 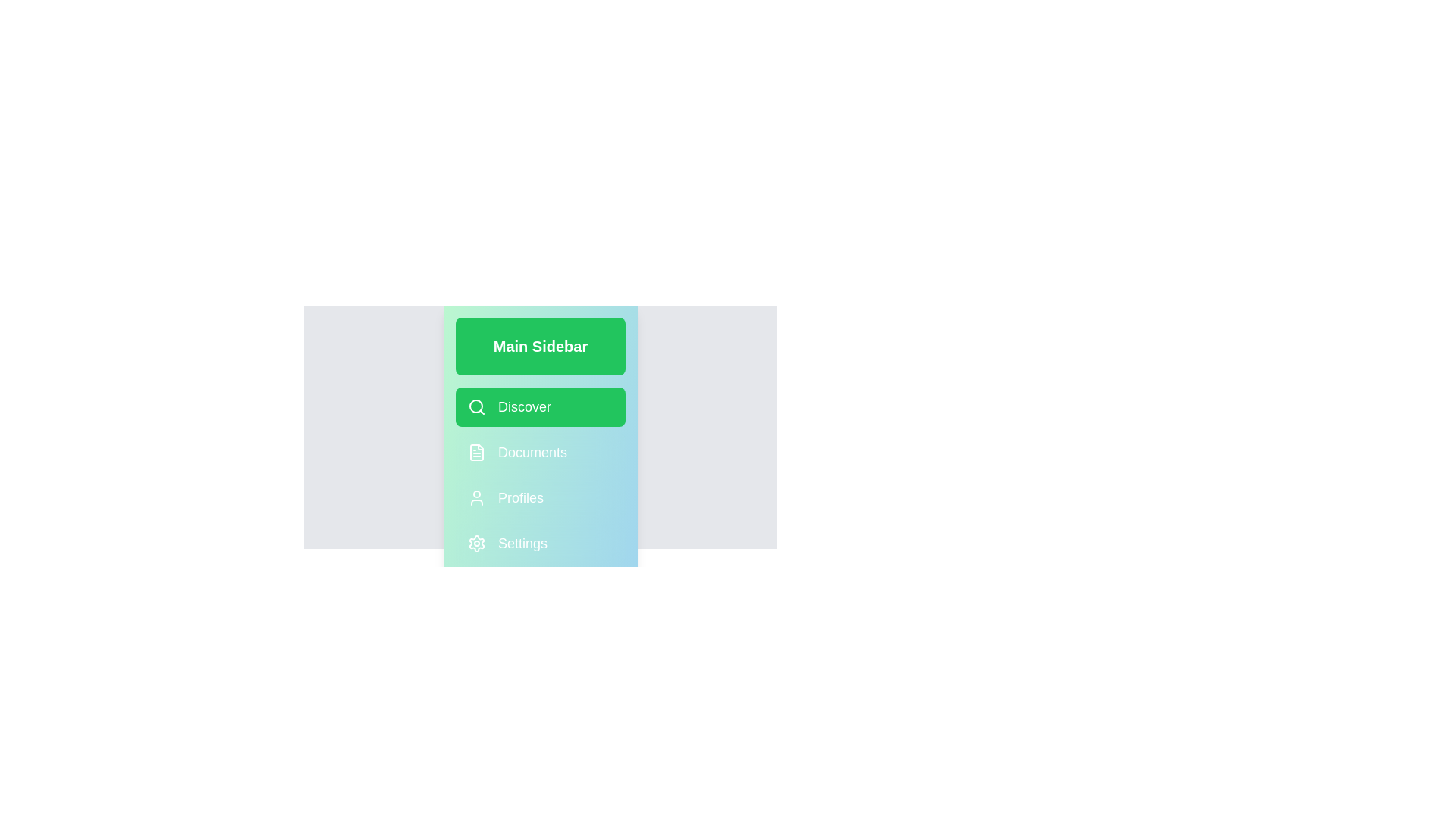 What do you see at coordinates (524, 406) in the screenshot?
I see `the 'Discover' text label, which is styled with white text on a green background and is part of a button-like component in the vertical menu` at bounding box center [524, 406].